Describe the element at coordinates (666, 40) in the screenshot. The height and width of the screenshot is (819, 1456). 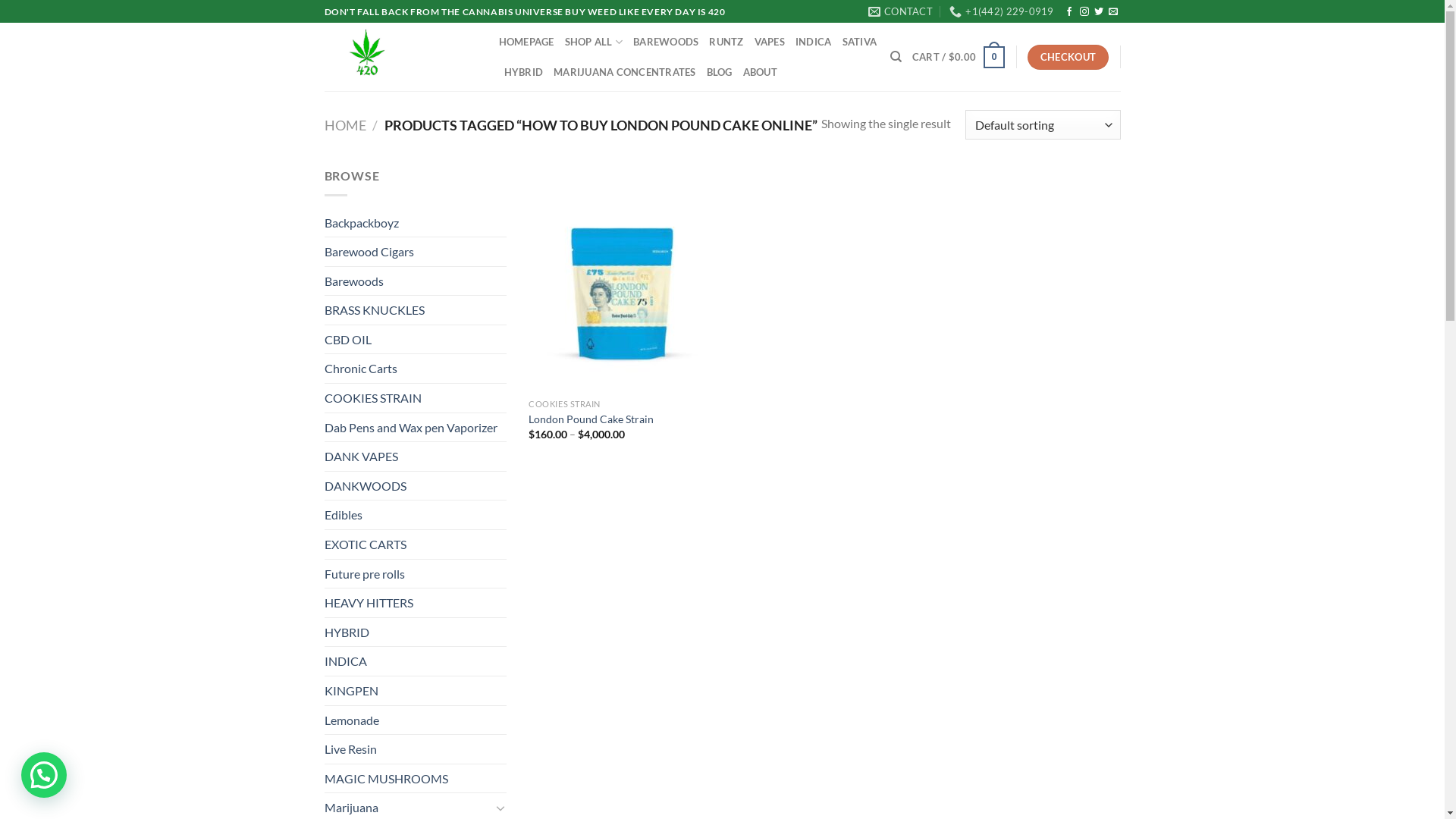
I see `'BAREWOODS'` at that location.